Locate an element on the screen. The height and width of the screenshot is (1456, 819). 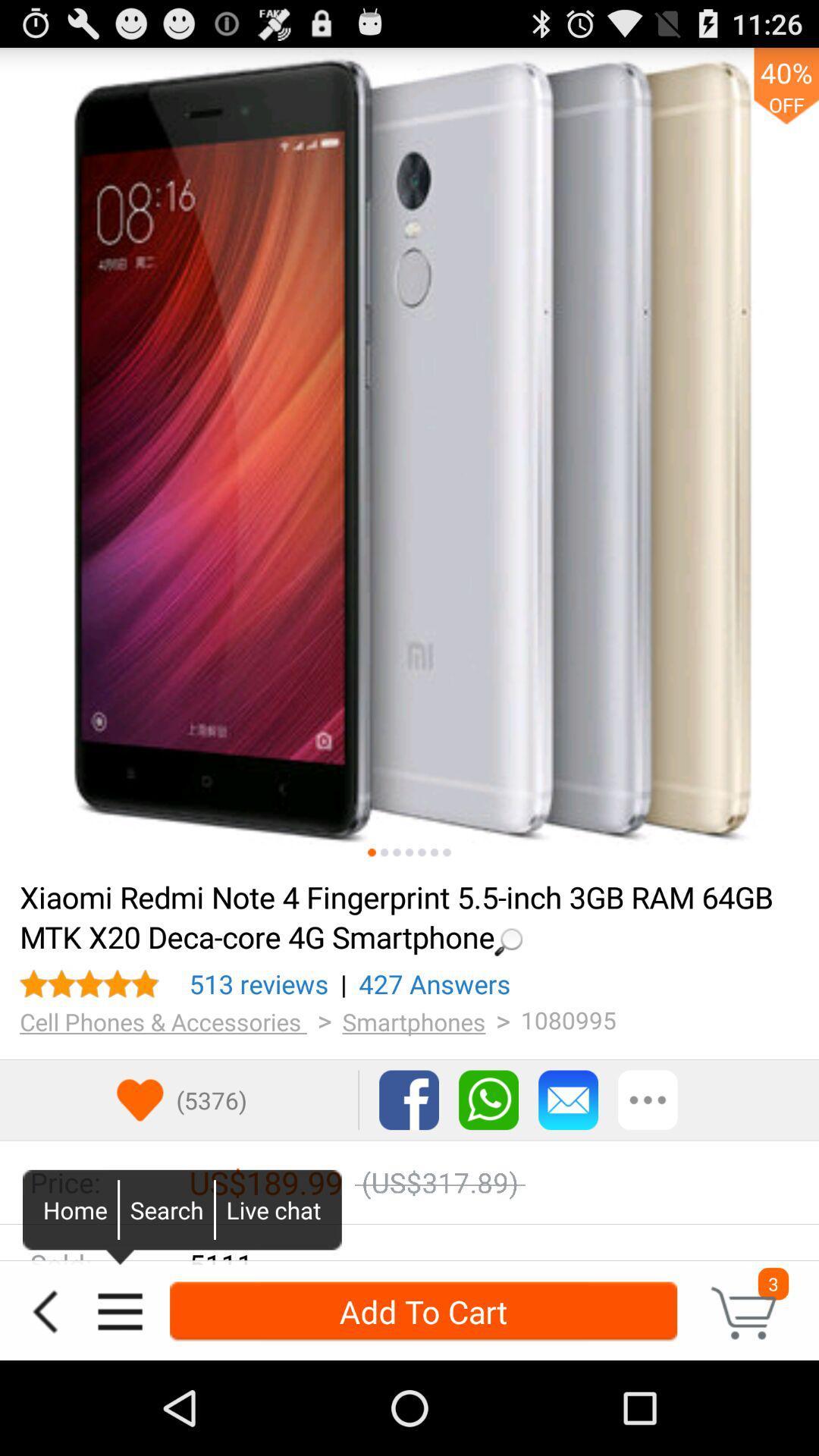
the caret left arrow which is to the left side of three horizontal bar is located at coordinates (45, 1310).